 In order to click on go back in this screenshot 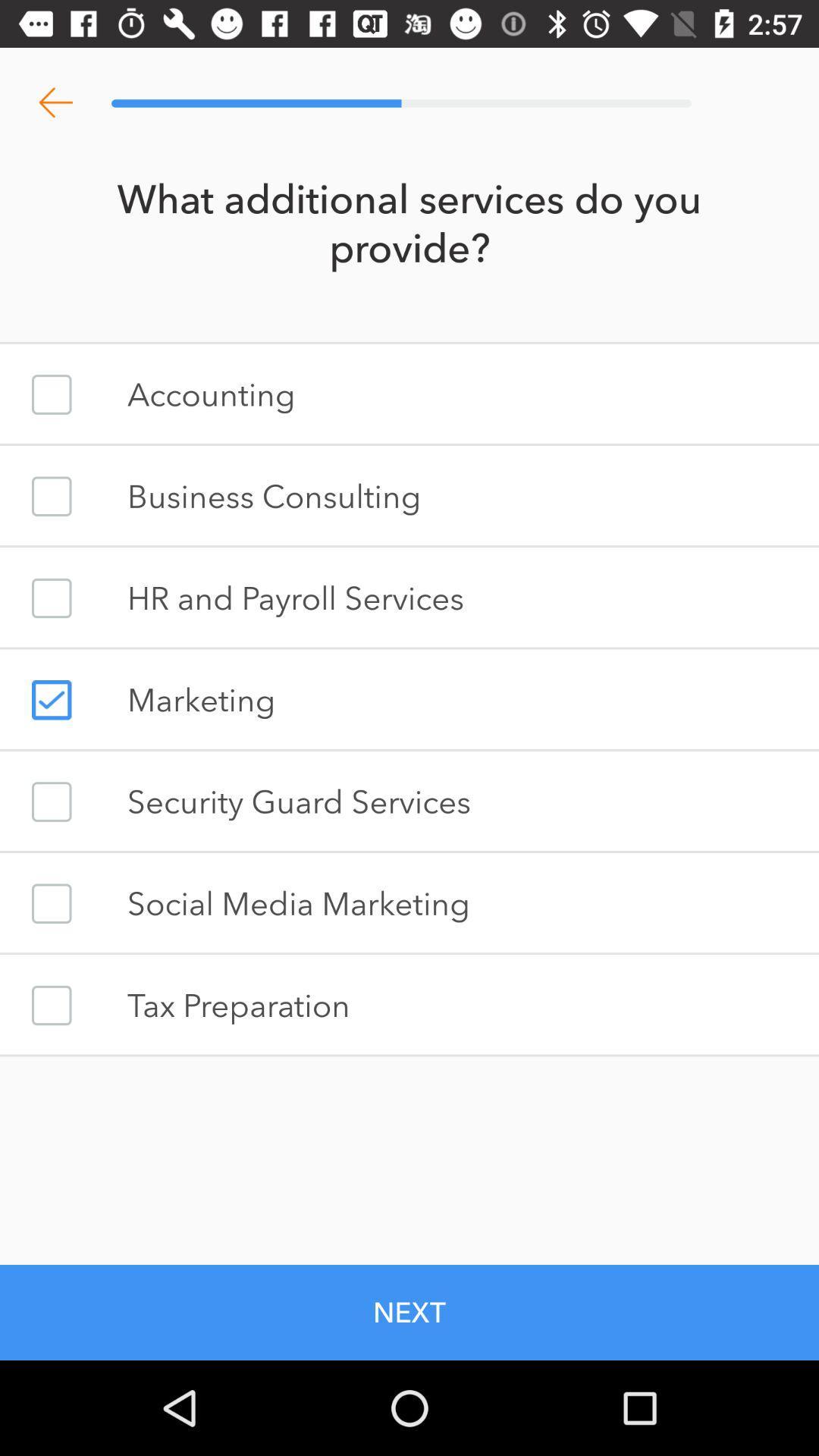, I will do `click(55, 102)`.